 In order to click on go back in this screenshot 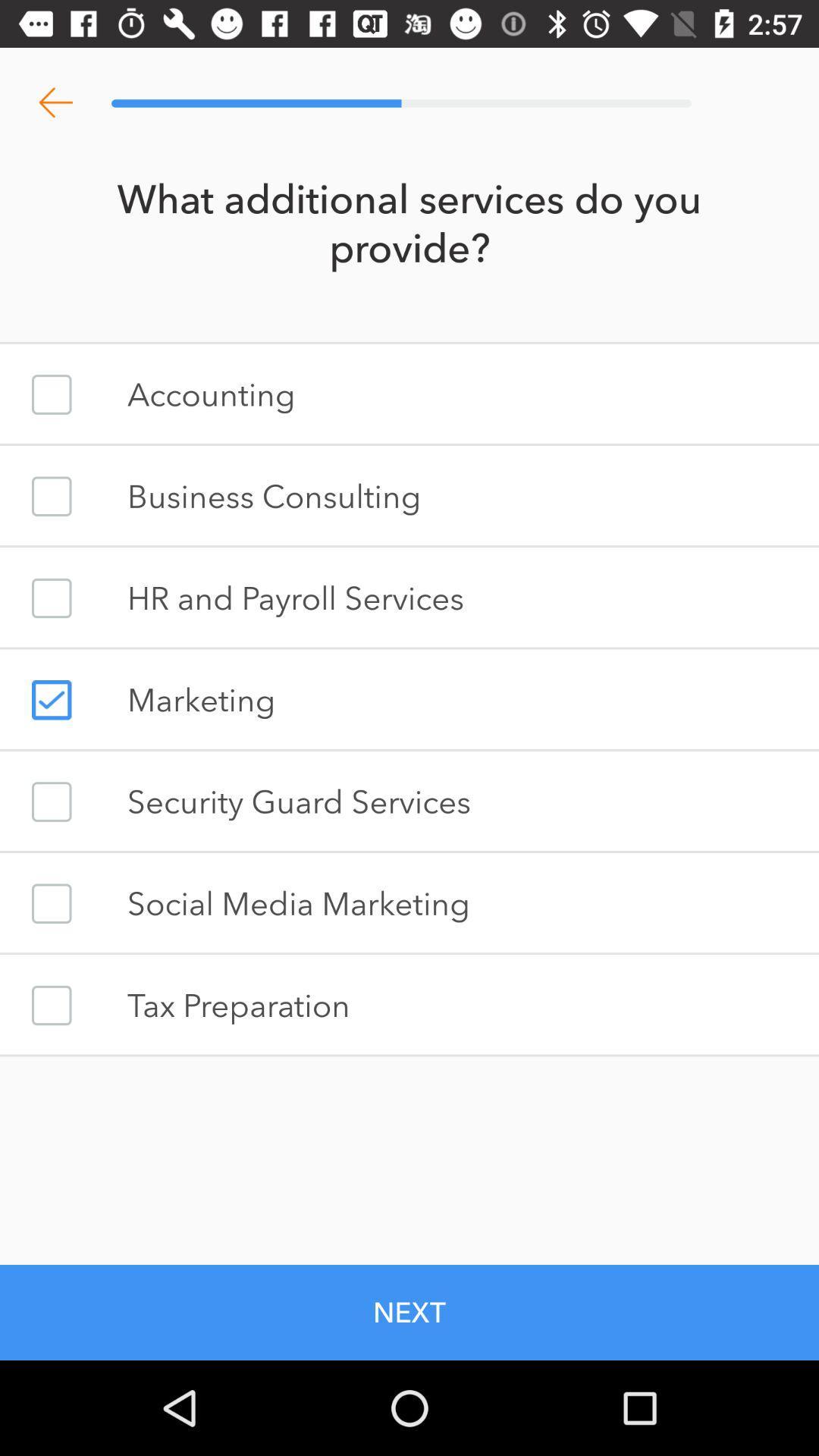, I will do `click(55, 102)`.